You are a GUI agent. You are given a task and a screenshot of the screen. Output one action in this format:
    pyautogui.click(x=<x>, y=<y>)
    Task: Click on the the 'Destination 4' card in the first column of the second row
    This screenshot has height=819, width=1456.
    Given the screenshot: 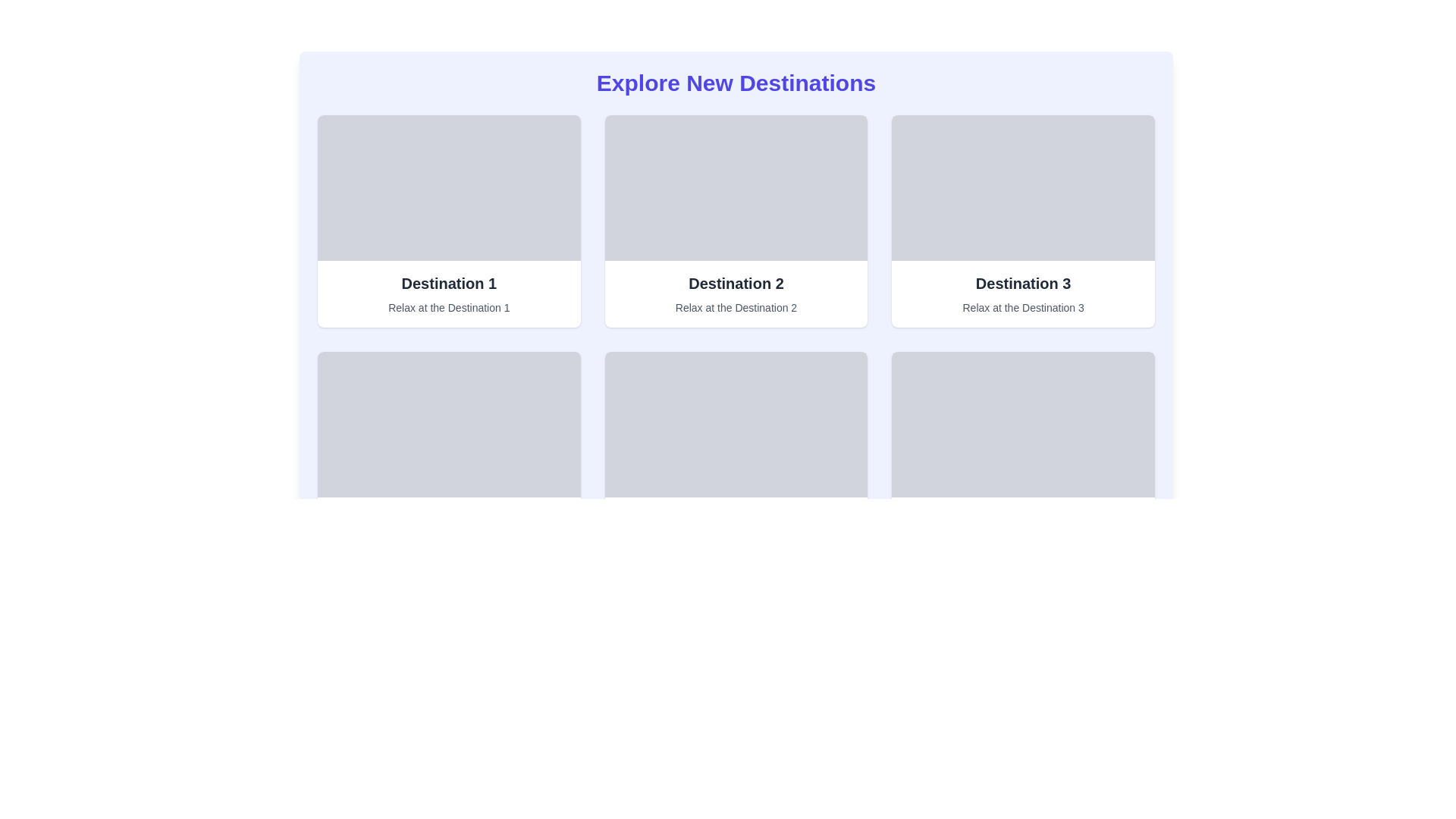 What is the action you would take?
    pyautogui.click(x=448, y=457)
    